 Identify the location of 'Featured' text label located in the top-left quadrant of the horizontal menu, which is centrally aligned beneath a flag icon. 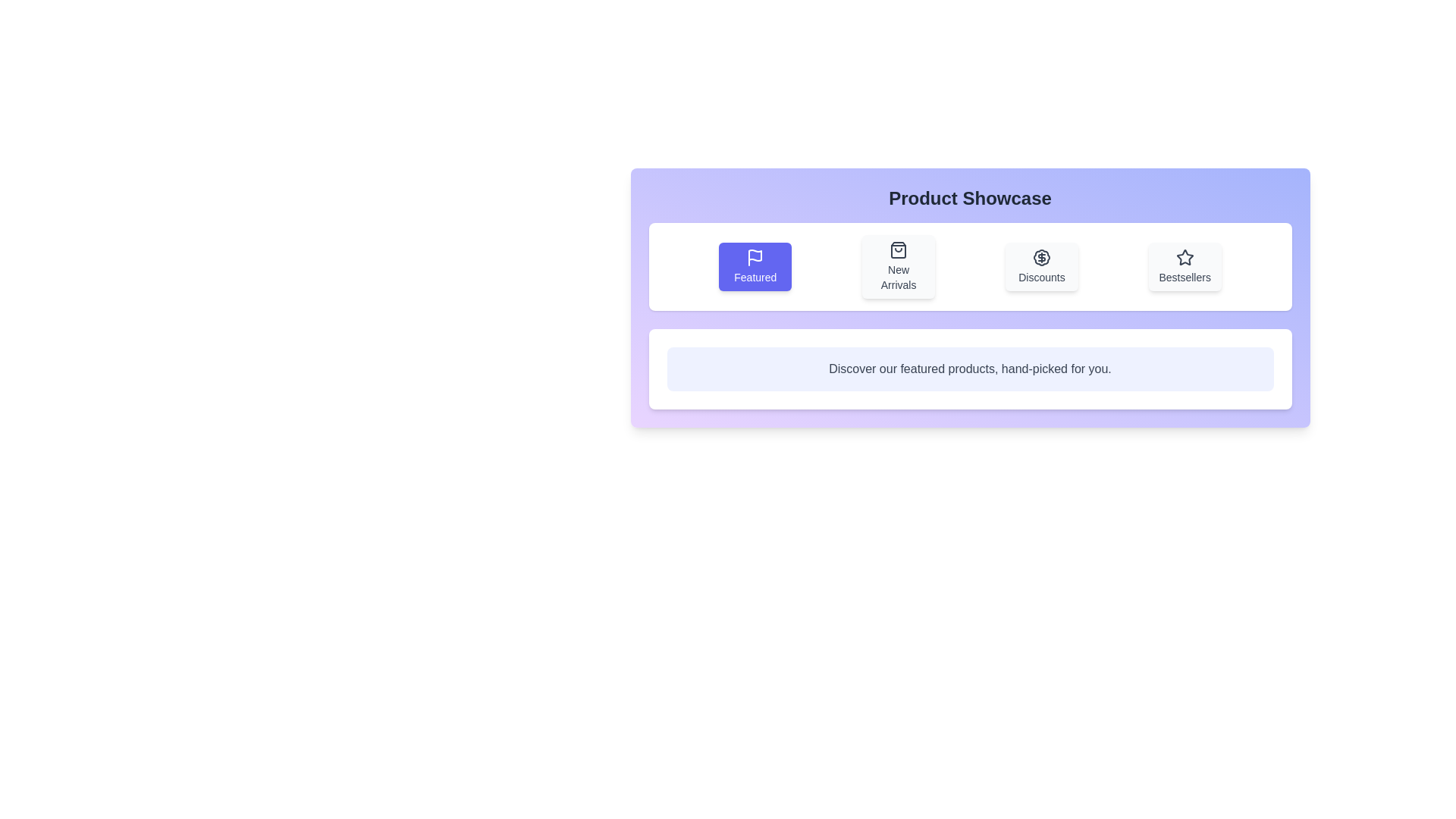
(755, 278).